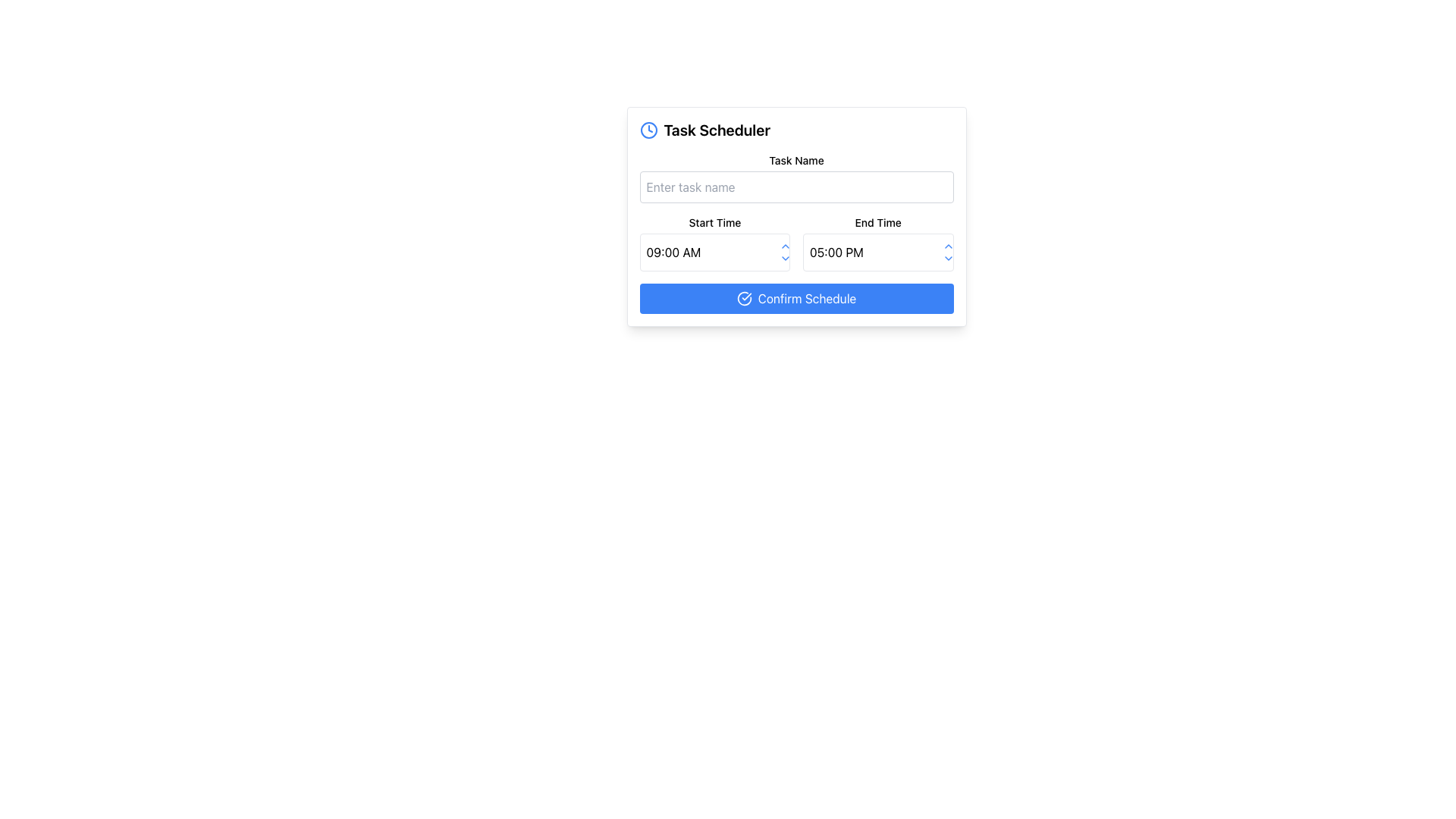 The image size is (1456, 819). Describe the element at coordinates (648, 130) in the screenshot. I see `the circular blue outlined element that is part of the clock icon located at the top left side of the modal interface` at that location.